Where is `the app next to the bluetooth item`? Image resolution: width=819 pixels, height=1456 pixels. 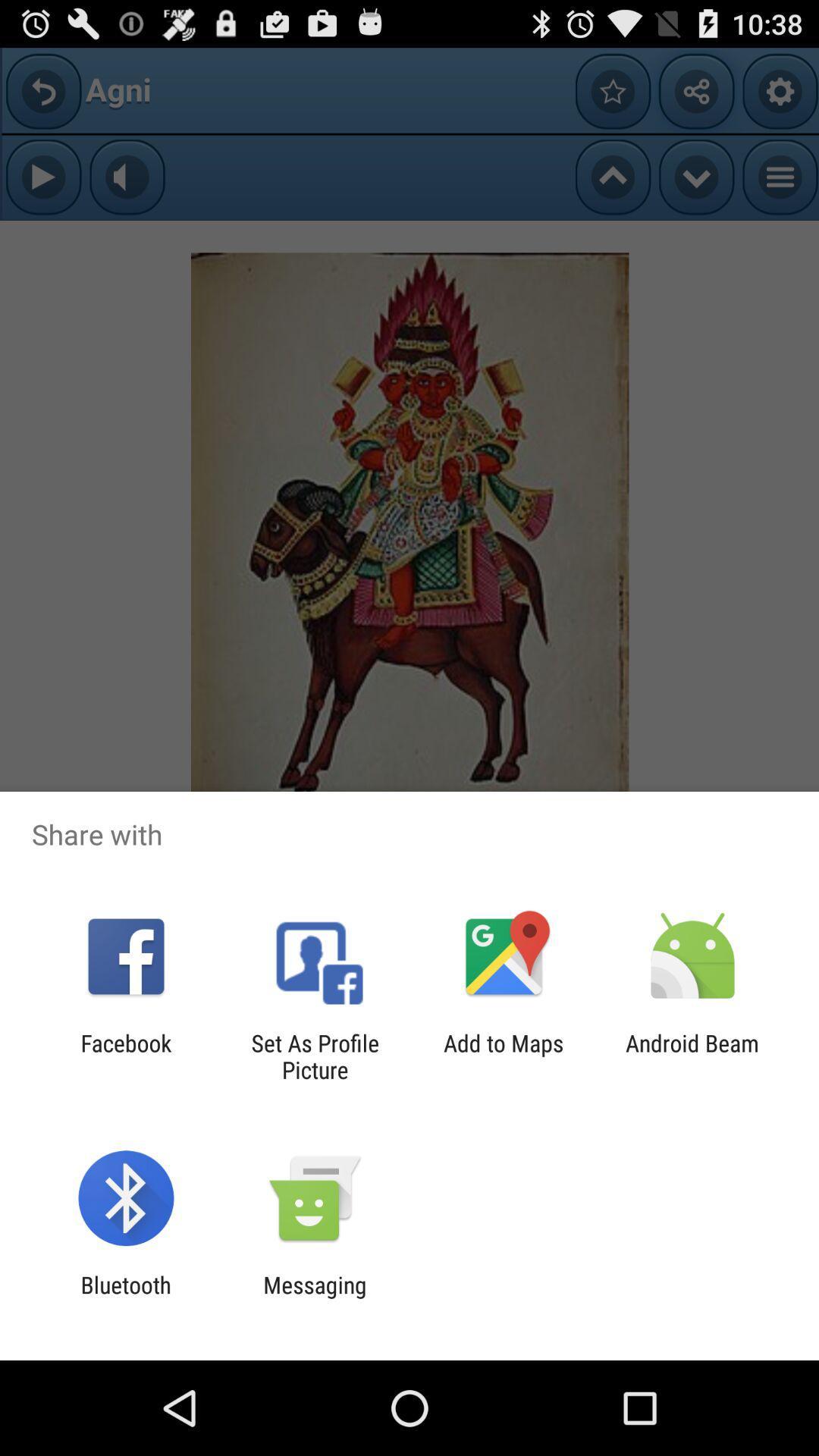 the app next to the bluetooth item is located at coordinates (314, 1298).